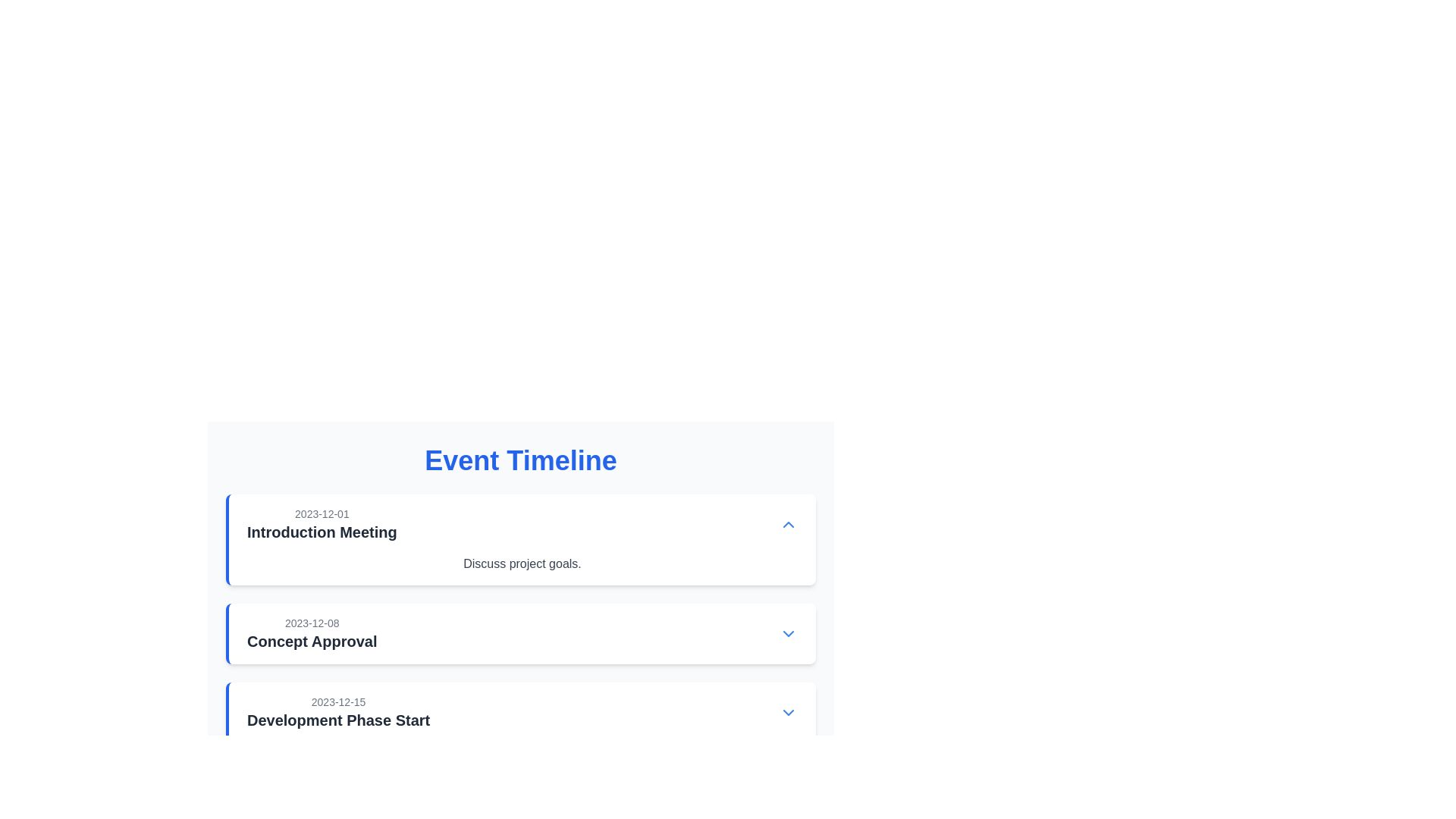  What do you see at coordinates (522, 634) in the screenshot?
I see `the second list item containing a date and title in the event timeline` at bounding box center [522, 634].